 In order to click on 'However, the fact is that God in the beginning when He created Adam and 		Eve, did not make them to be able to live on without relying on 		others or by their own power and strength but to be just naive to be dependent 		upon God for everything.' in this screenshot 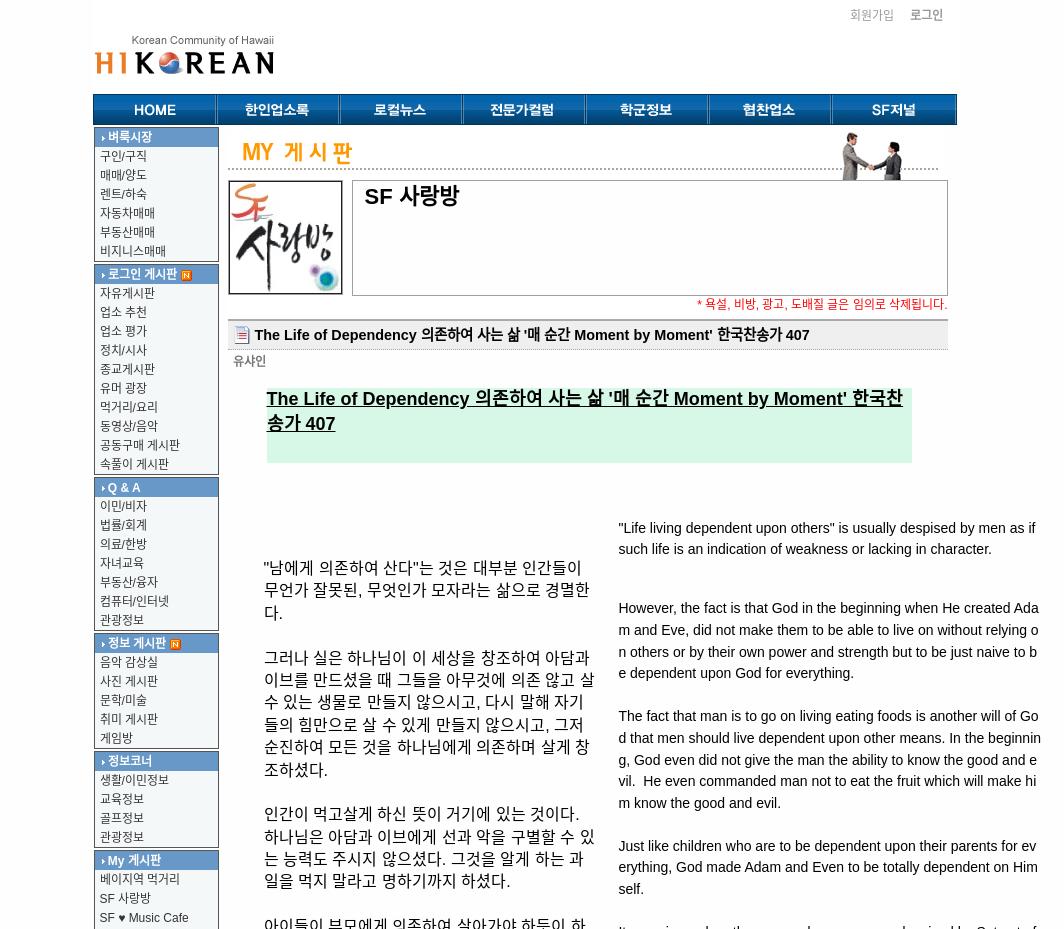, I will do `click(828, 639)`.